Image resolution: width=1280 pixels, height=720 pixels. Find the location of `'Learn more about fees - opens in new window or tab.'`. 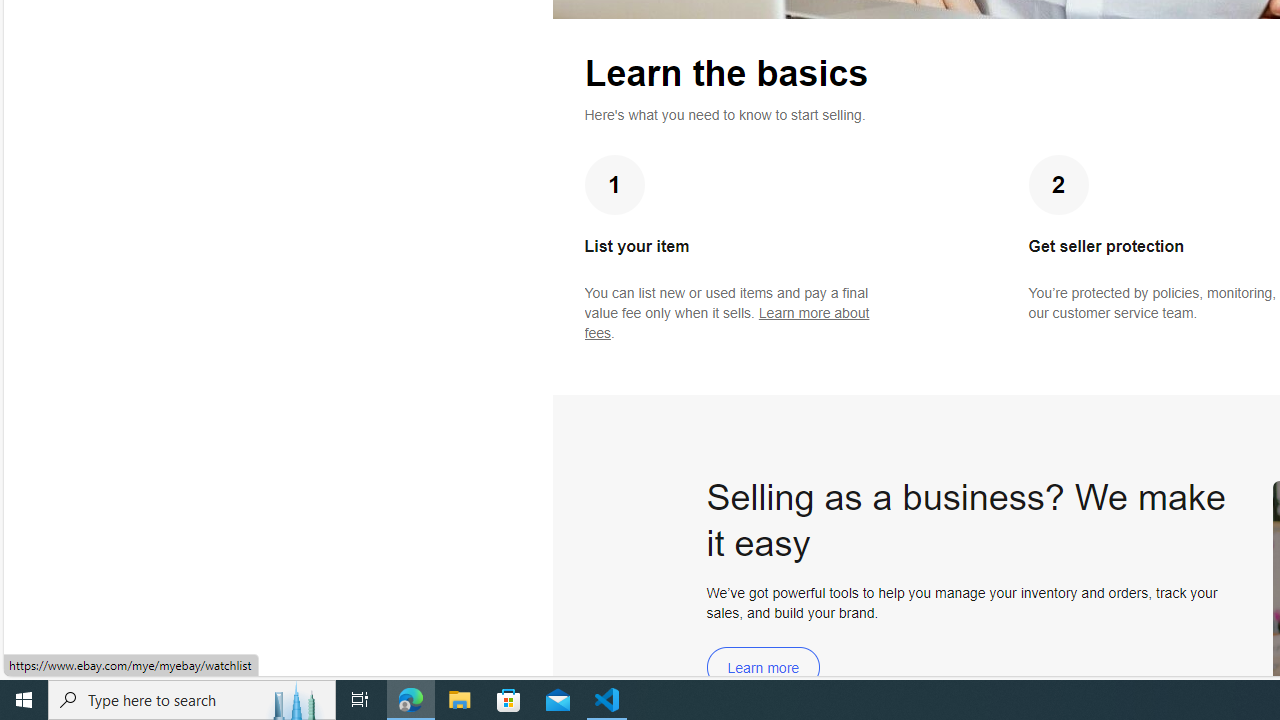

'Learn more about fees - opens in new window or tab.' is located at coordinates (726, 322).